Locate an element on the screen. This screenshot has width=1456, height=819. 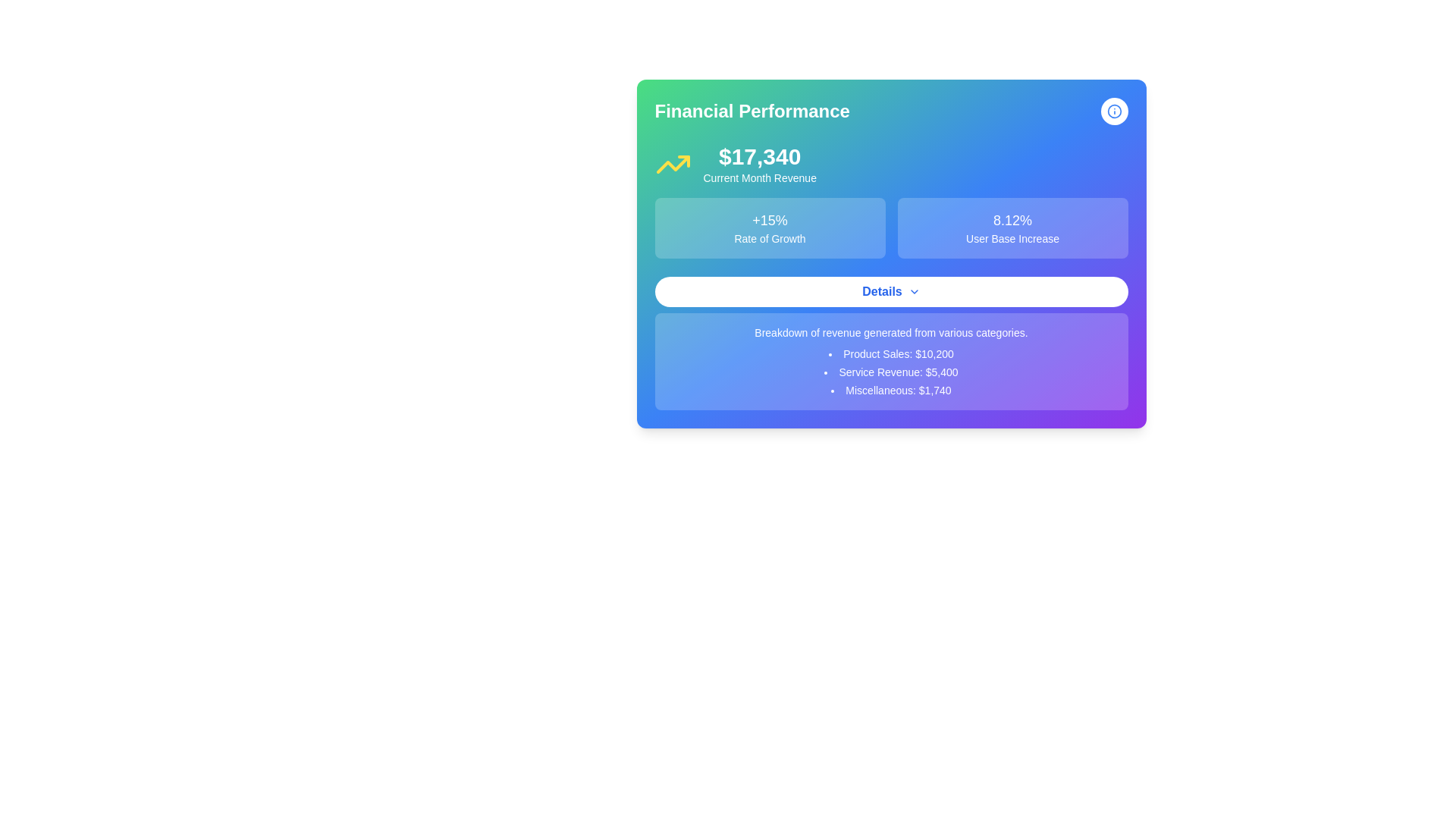
the dropdown menu icon located to the right of the 'Details' text is located at coordinates (913, 292).